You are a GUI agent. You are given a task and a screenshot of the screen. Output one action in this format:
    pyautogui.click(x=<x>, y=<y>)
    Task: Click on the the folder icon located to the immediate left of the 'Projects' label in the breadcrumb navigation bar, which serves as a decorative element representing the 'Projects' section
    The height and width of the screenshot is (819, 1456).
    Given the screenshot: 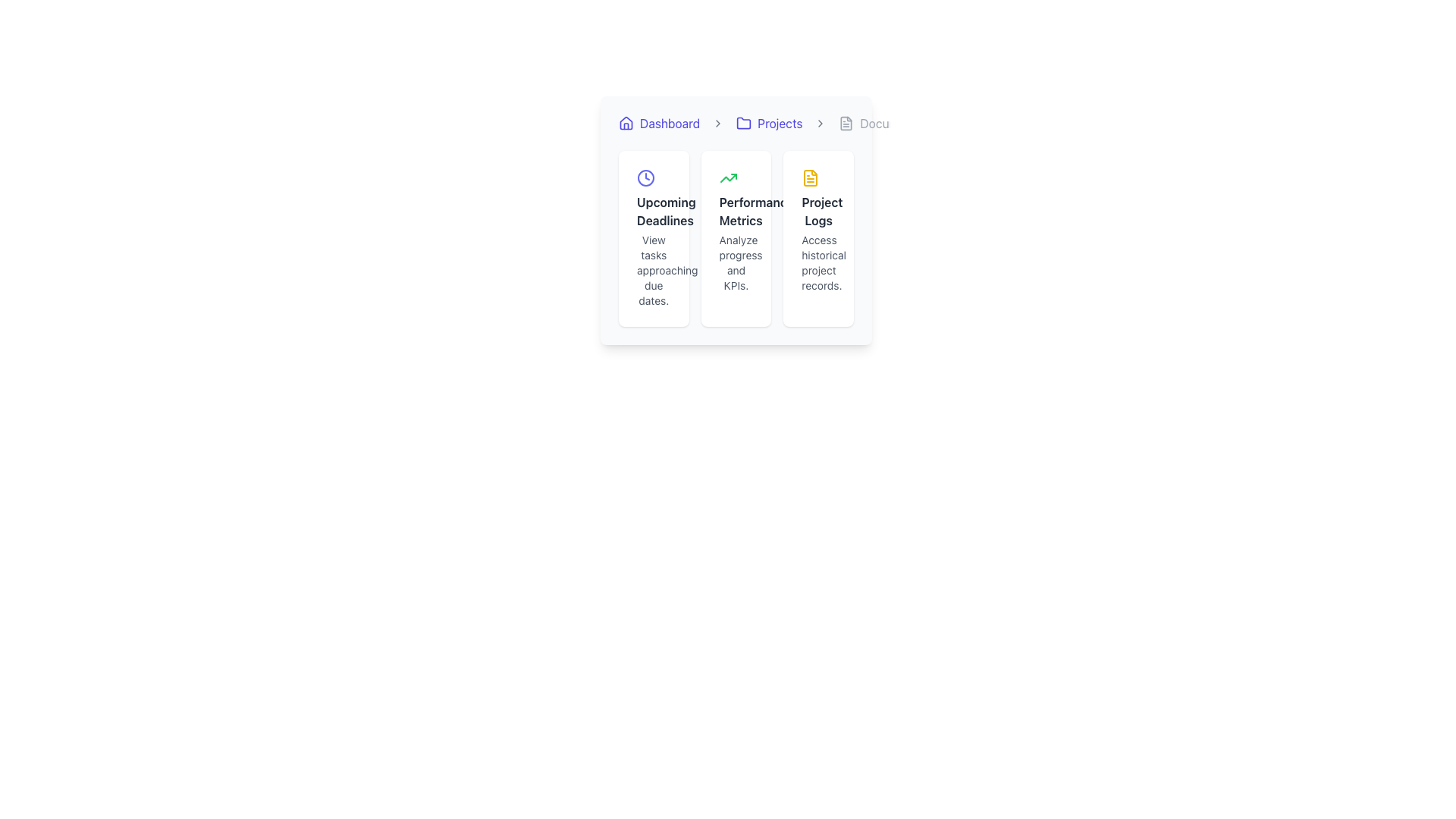 What is the action you would take?
    pyautogui.click(x=744, y=122)
    